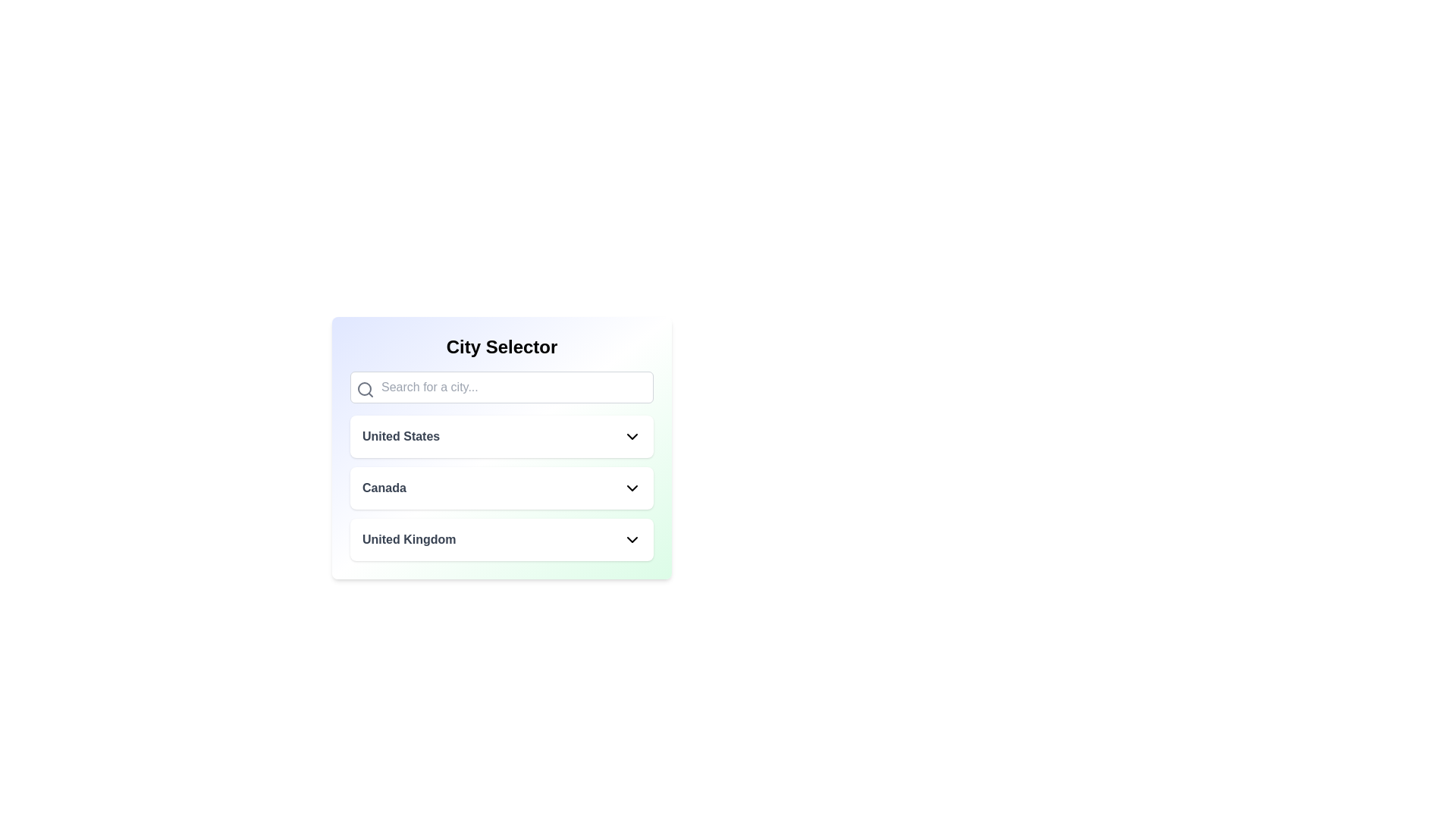 This screenshot has width=1456, height=819. What do you see at coordinates (502, 347) in the screenshot?
I see `the 'City Selector' text label, which is styled prominently as a header component in a large bold font at the top of the city selection interface` at bounding box center [502, 347].